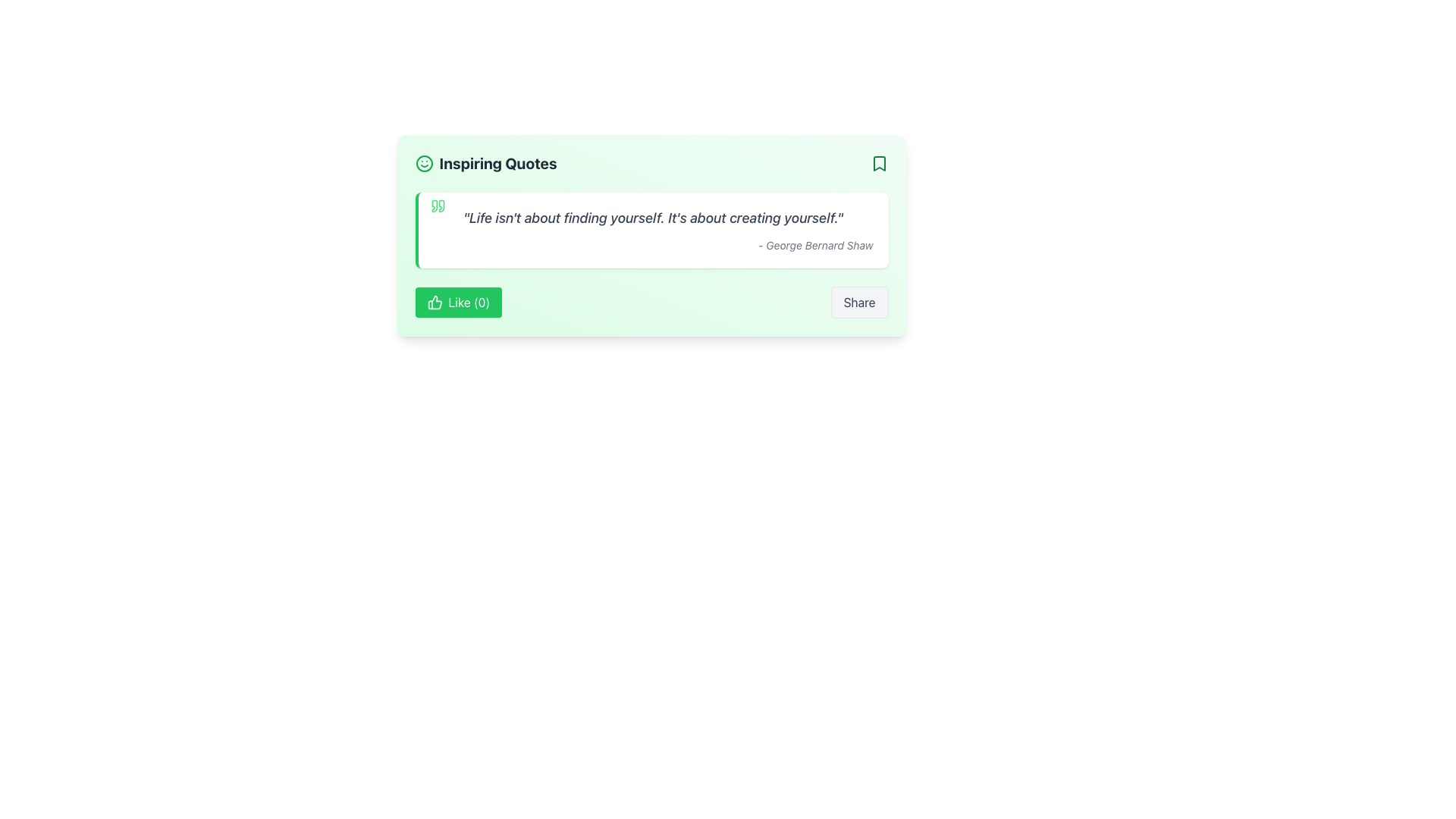  I want to click on the decorative SVG Circle that forms part of the smiley face icon within the 'Inspiring Quotes' card component, so click(424, 164).